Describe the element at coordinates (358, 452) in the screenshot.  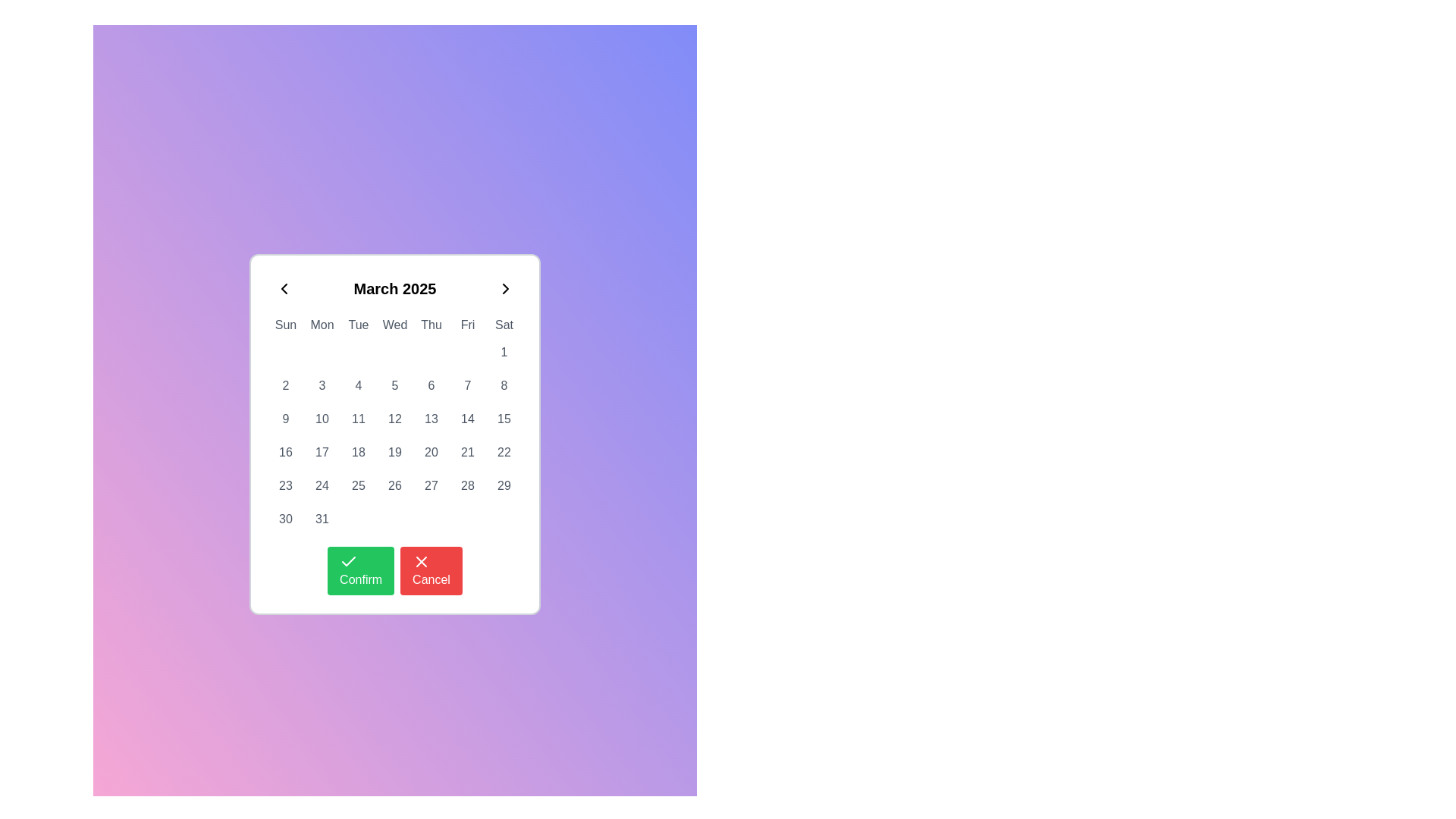
I see `the selectable date button for the 18th of March 2025 located in the third column of the fourth row of the calendar UI` at that location.